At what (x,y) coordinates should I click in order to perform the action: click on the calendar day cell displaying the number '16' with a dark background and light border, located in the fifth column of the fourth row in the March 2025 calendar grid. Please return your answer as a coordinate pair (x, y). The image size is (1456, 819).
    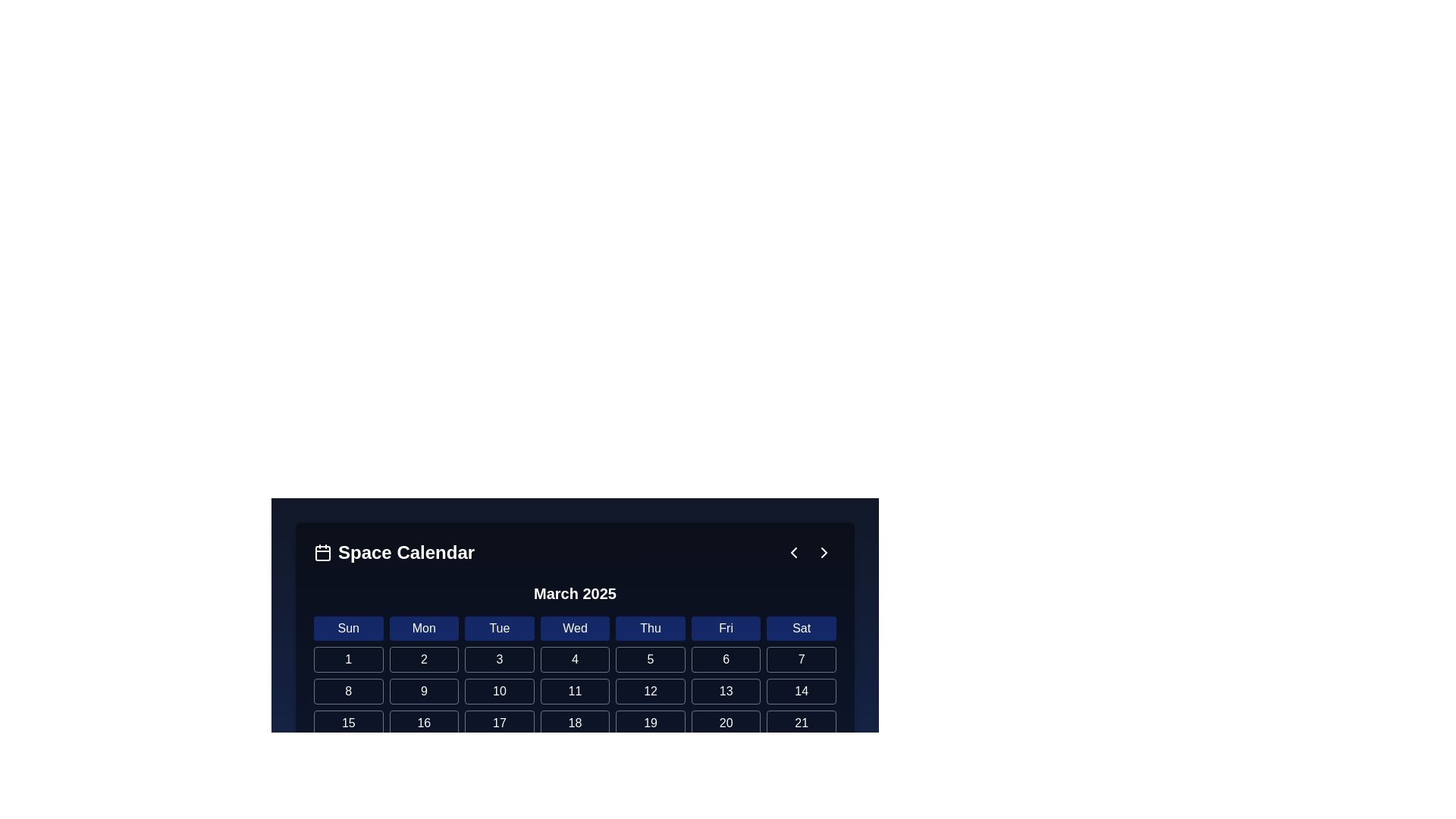
    Looking at the image, I should click on (424, 722).